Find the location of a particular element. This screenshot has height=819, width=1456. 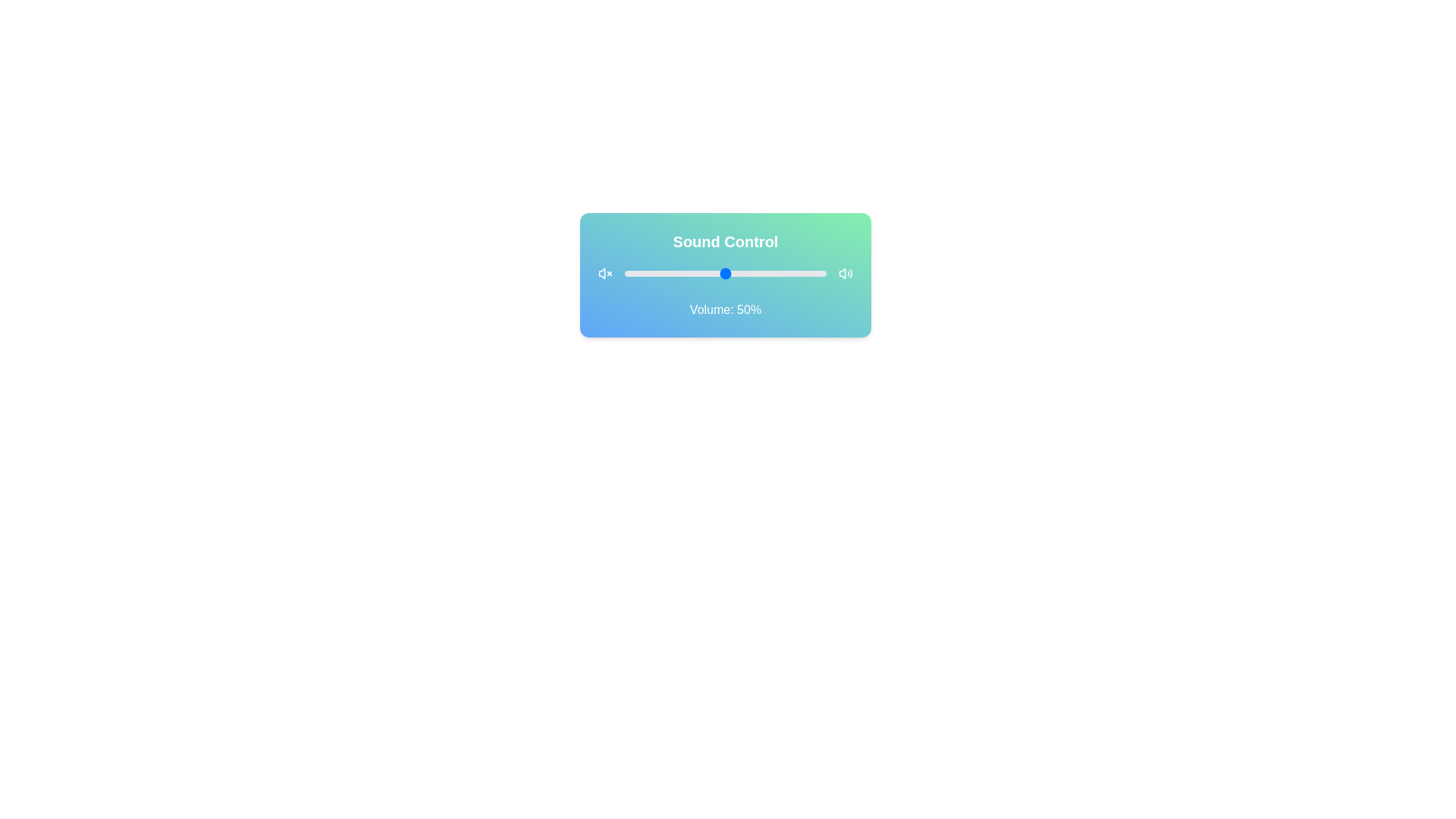

the volume slider is located at coordinates (657, 274).